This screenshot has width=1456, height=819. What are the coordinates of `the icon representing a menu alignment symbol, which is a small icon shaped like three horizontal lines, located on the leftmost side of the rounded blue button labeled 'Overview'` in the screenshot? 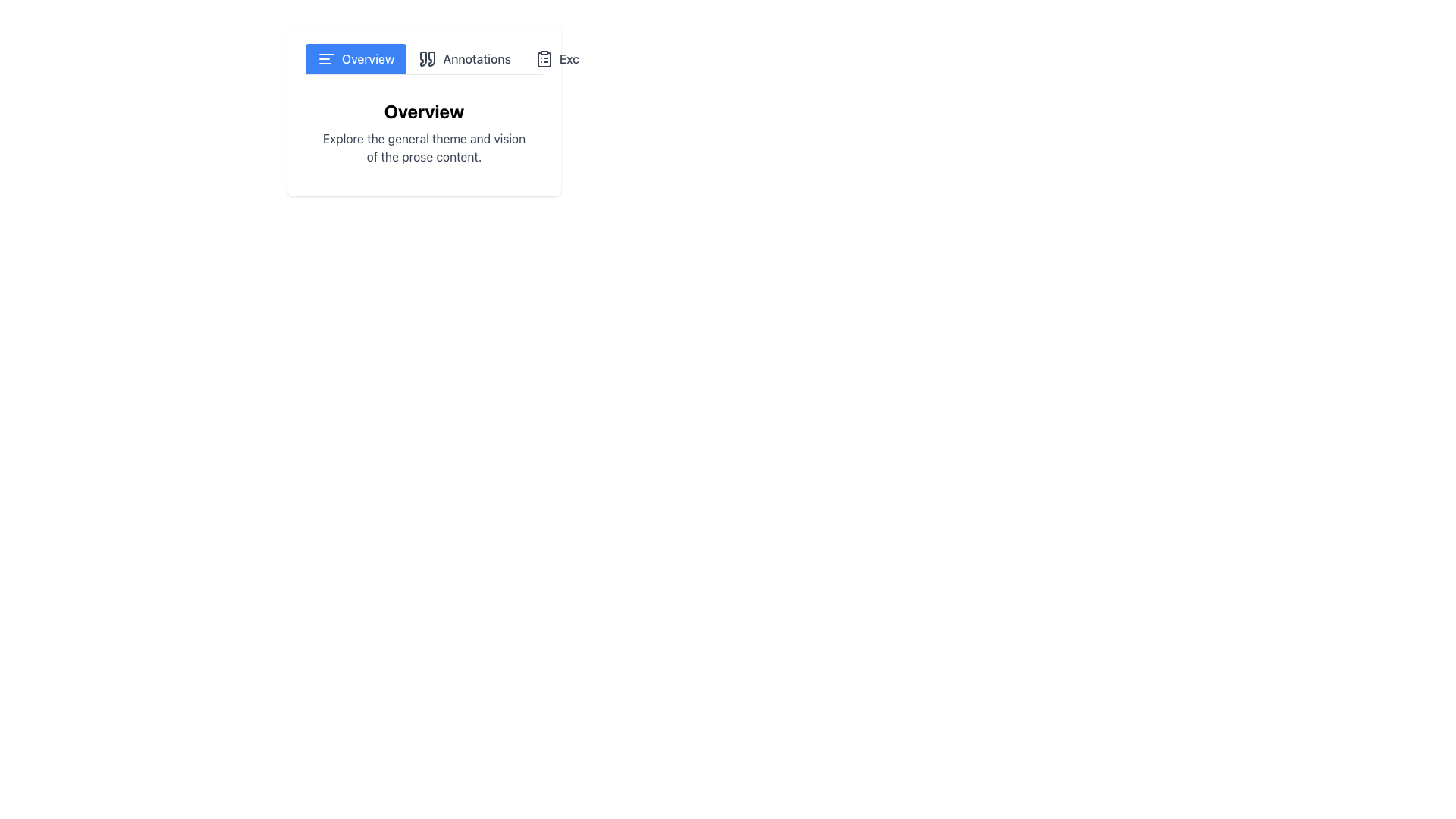 It's located at (326, 58).